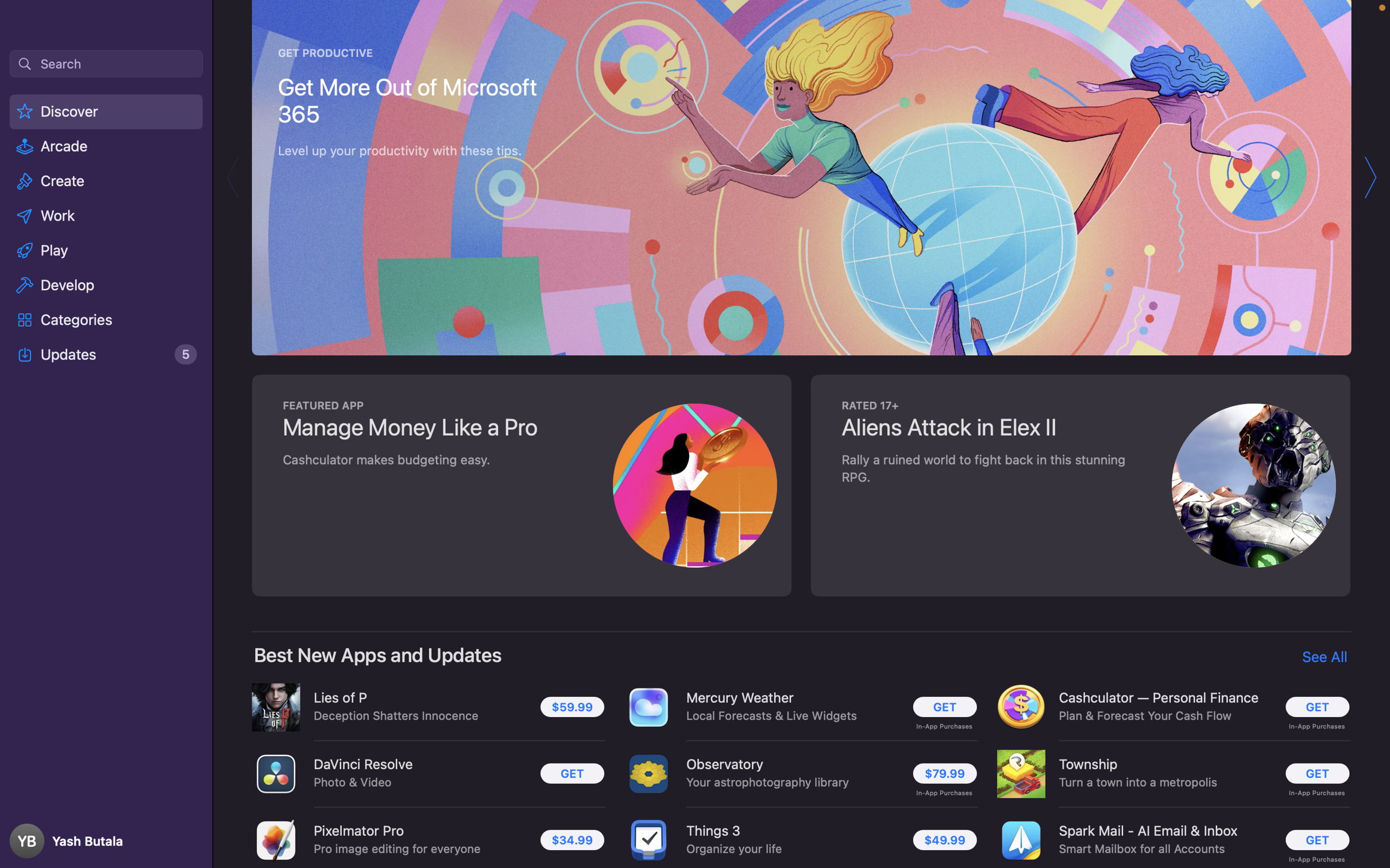  Describe the element at coordinates (945, 839) in the screenshot. I see `Carry out the installation procedure for the "Things 3" application` at that location.